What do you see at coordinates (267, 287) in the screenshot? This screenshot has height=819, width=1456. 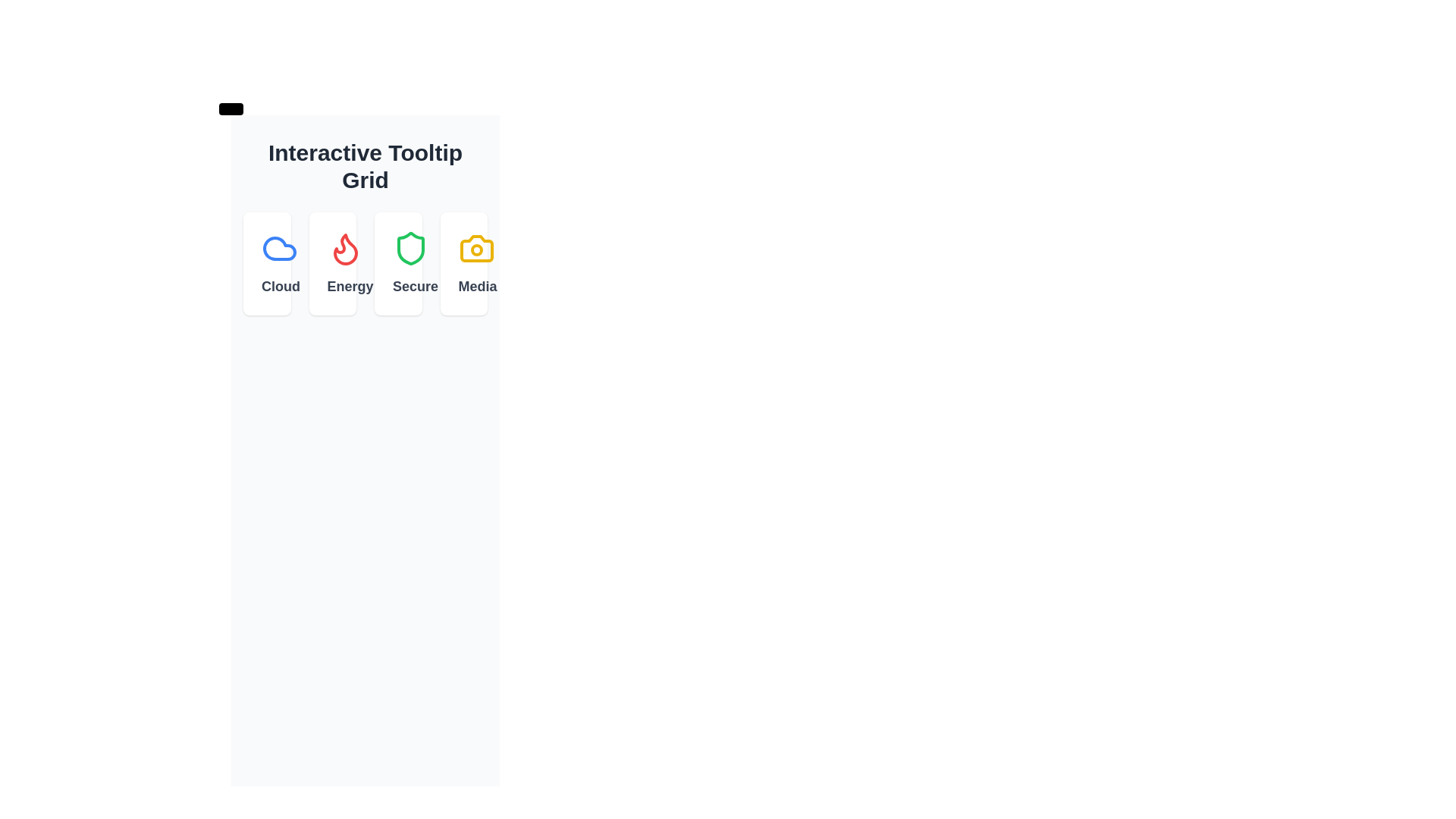 I see `text label displaying 'Cloud', which is styled with a medium weight font and large size, located beneath a blue cloud icon in the top left card of the grid layout` at bounding box center [267, 287].